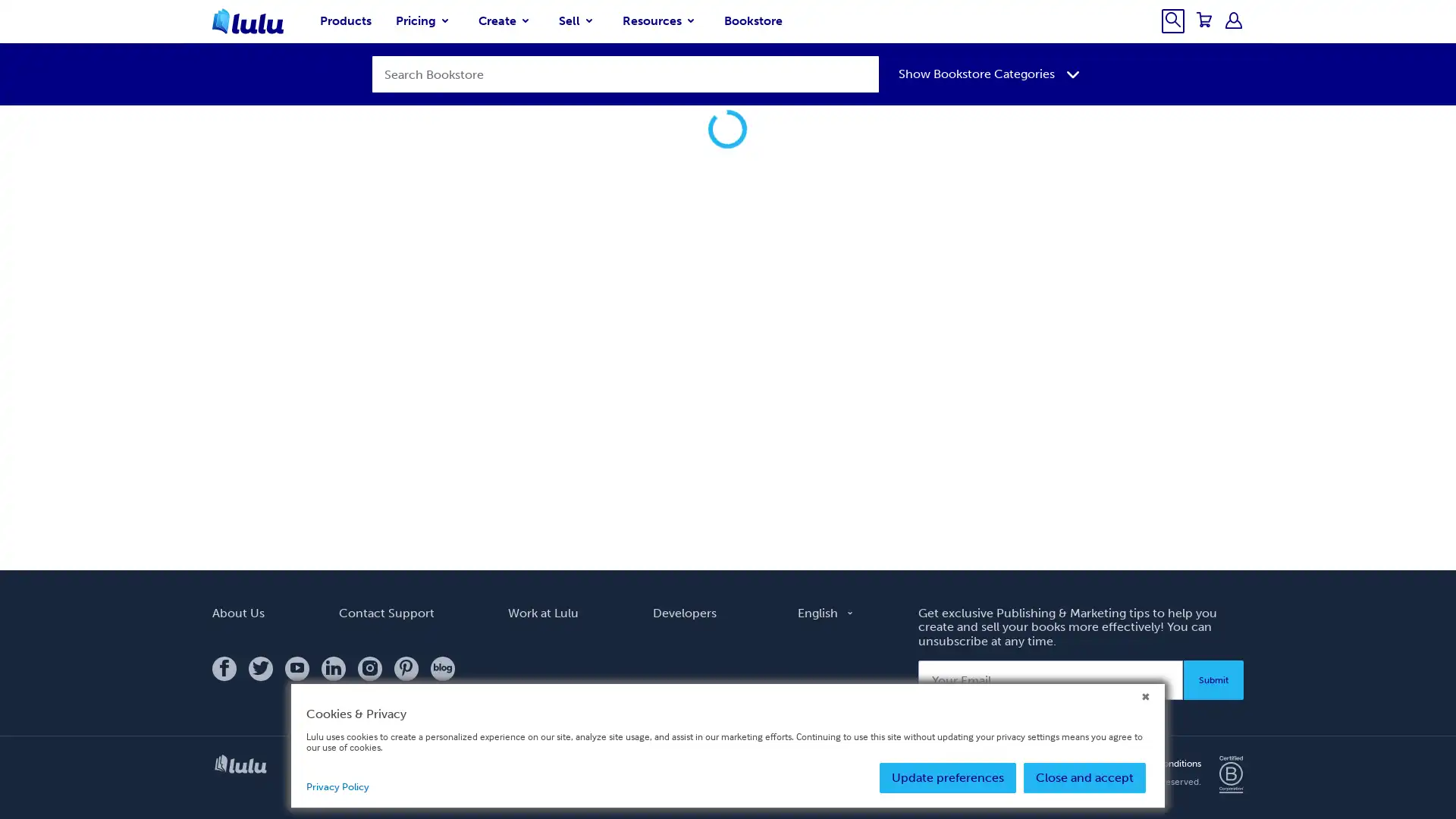 This screenshot has width=1456, height=819. Describe the element at coordinates (1191, 464) in the screenshot. I see `Next page` at that location.